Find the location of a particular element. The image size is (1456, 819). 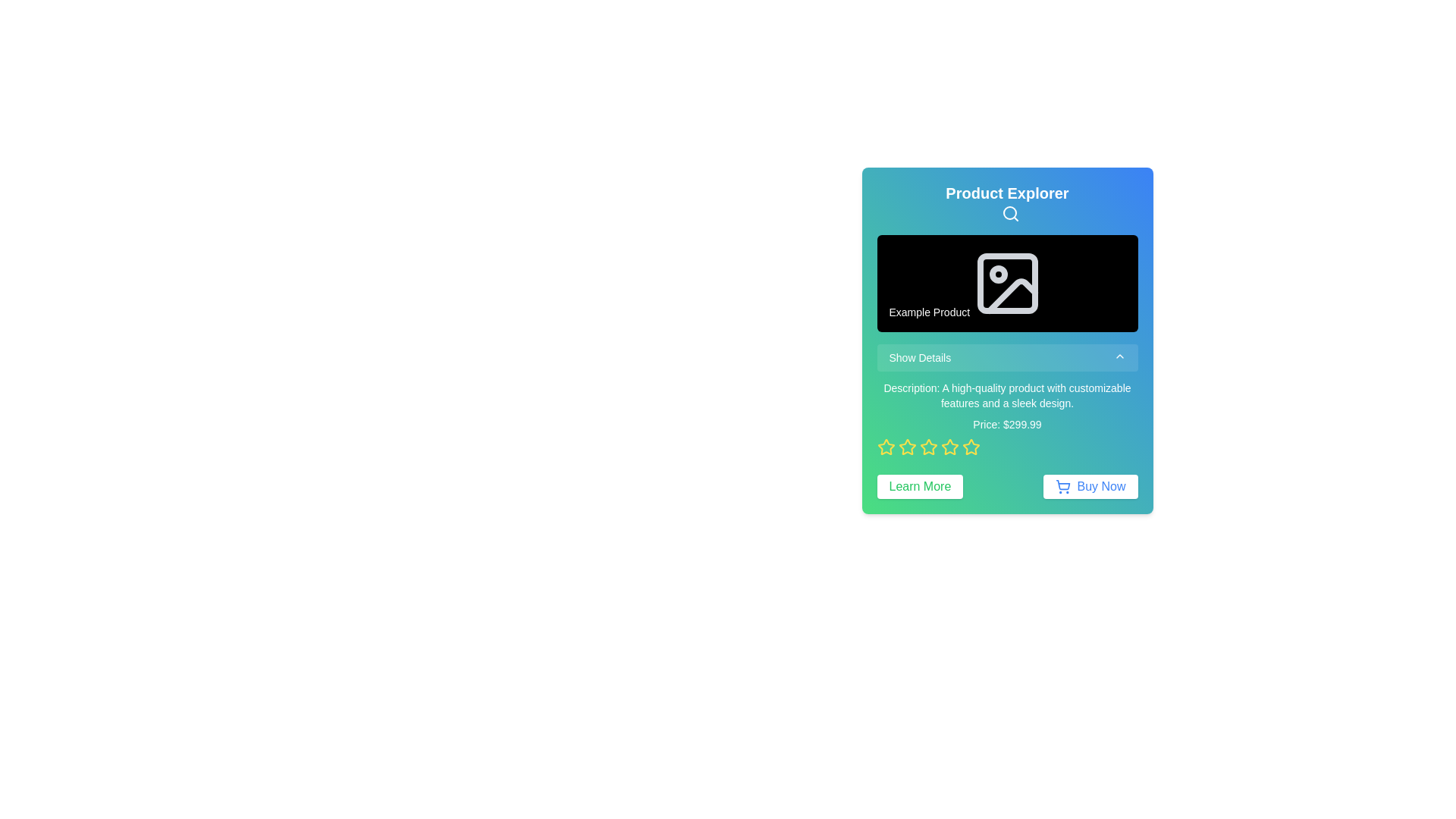

the first Rating Star Icon in the horizontal row of five stars is located at coordinates (886, 446).